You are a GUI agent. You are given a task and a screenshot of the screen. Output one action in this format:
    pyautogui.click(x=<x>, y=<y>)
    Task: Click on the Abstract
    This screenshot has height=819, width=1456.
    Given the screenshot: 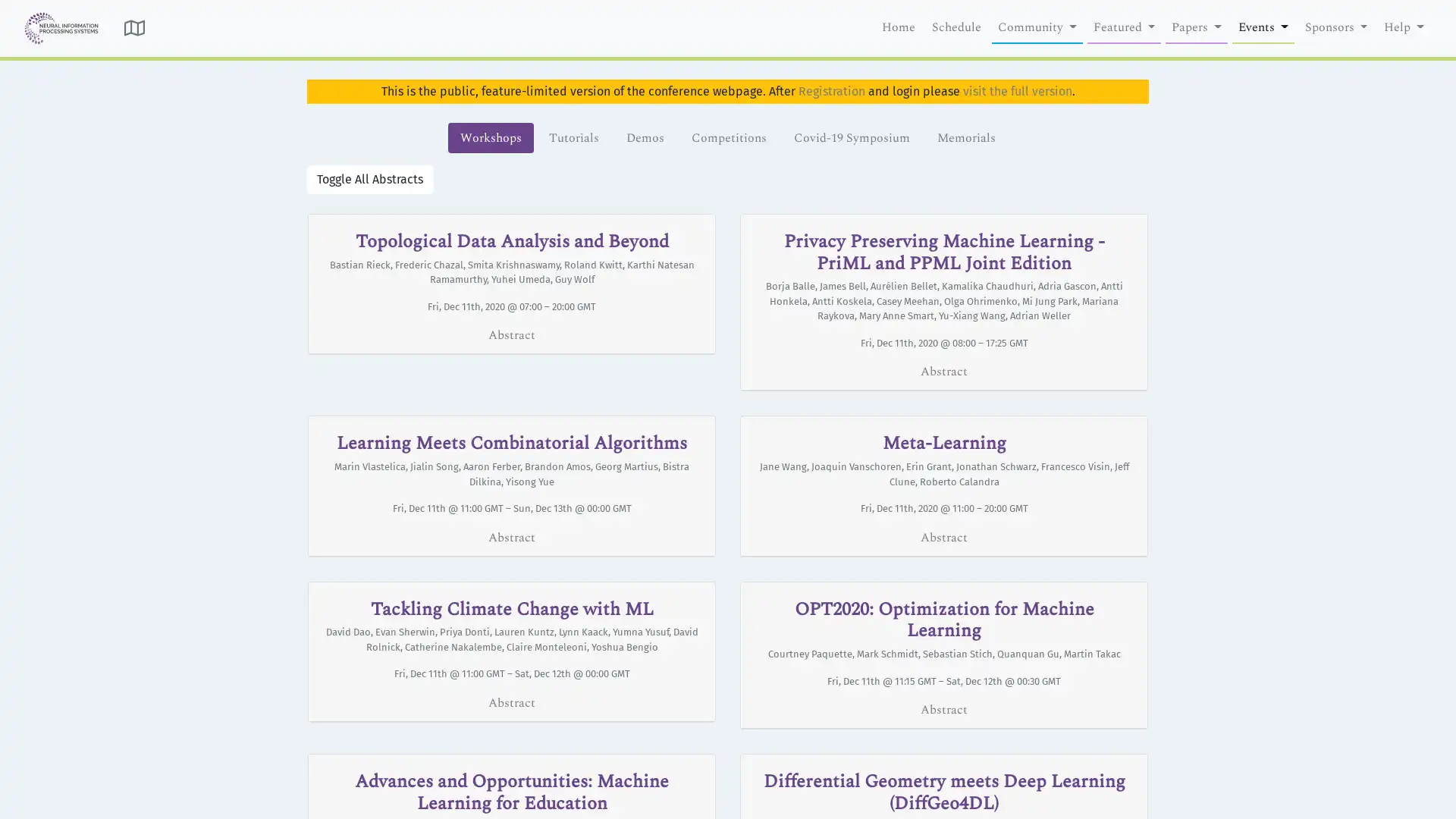 What is the action you would take?
    pyautogui.click(x=943, y=710)
    